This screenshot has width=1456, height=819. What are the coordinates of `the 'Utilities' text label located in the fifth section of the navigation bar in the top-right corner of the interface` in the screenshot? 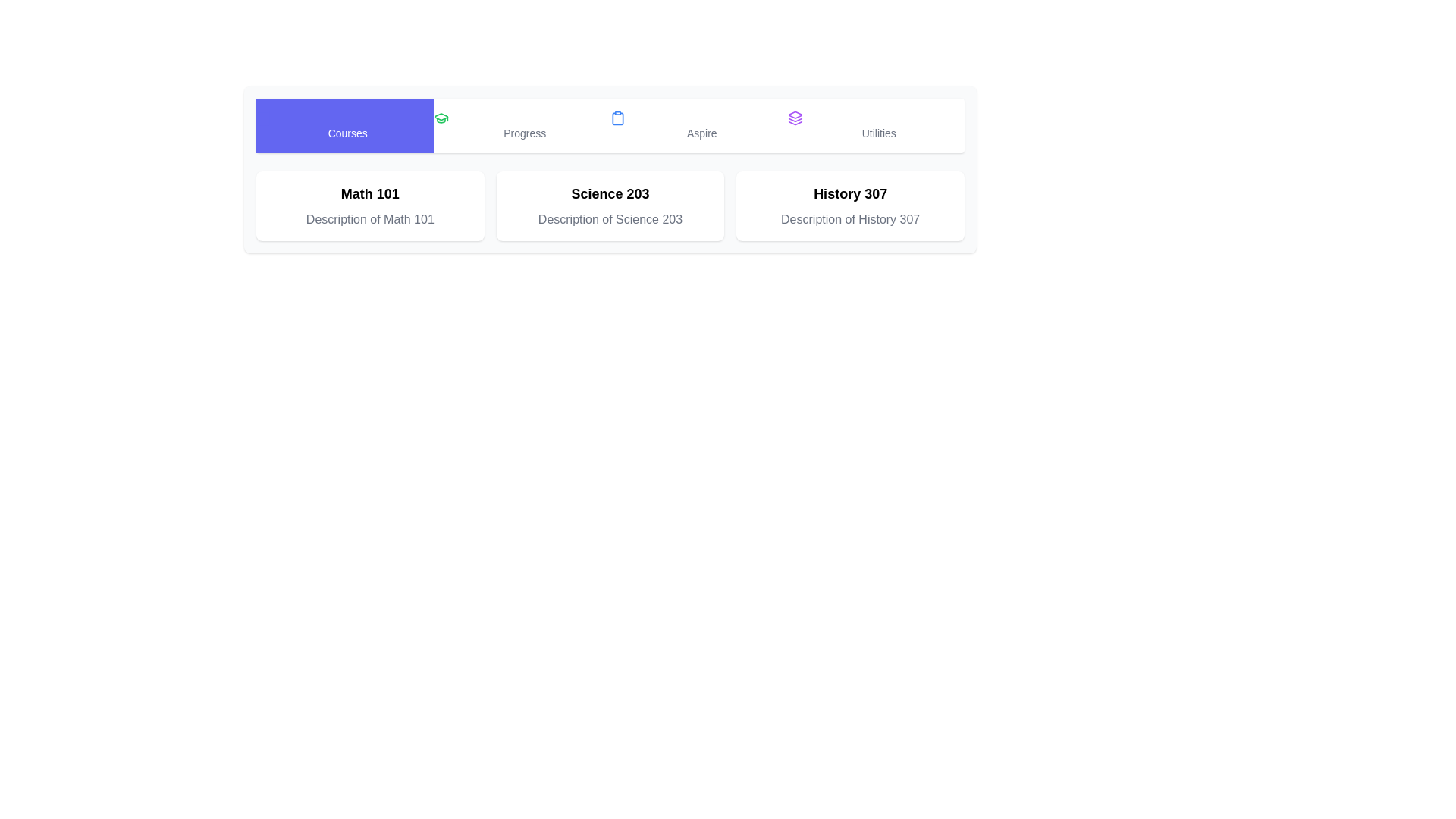 It's located at (879, 133).